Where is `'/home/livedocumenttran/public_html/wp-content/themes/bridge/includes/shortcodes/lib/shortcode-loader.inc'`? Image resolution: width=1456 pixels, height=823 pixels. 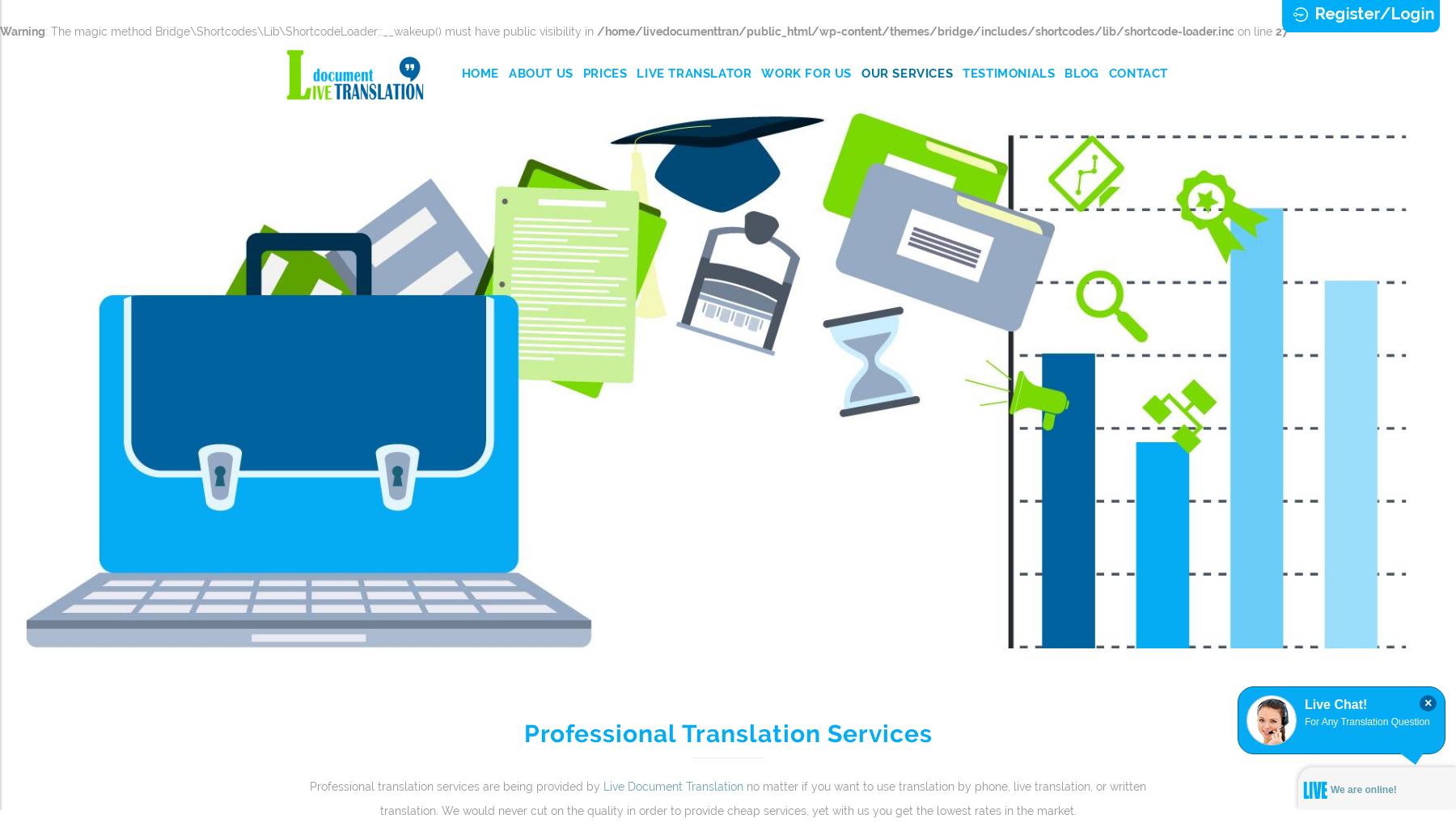
'/home/livedocumenttran/public_html/wp-content/themes/bridge/includes/shortcodes/lib/shortcode-loader.inc' is located at coordinates (915, 30).